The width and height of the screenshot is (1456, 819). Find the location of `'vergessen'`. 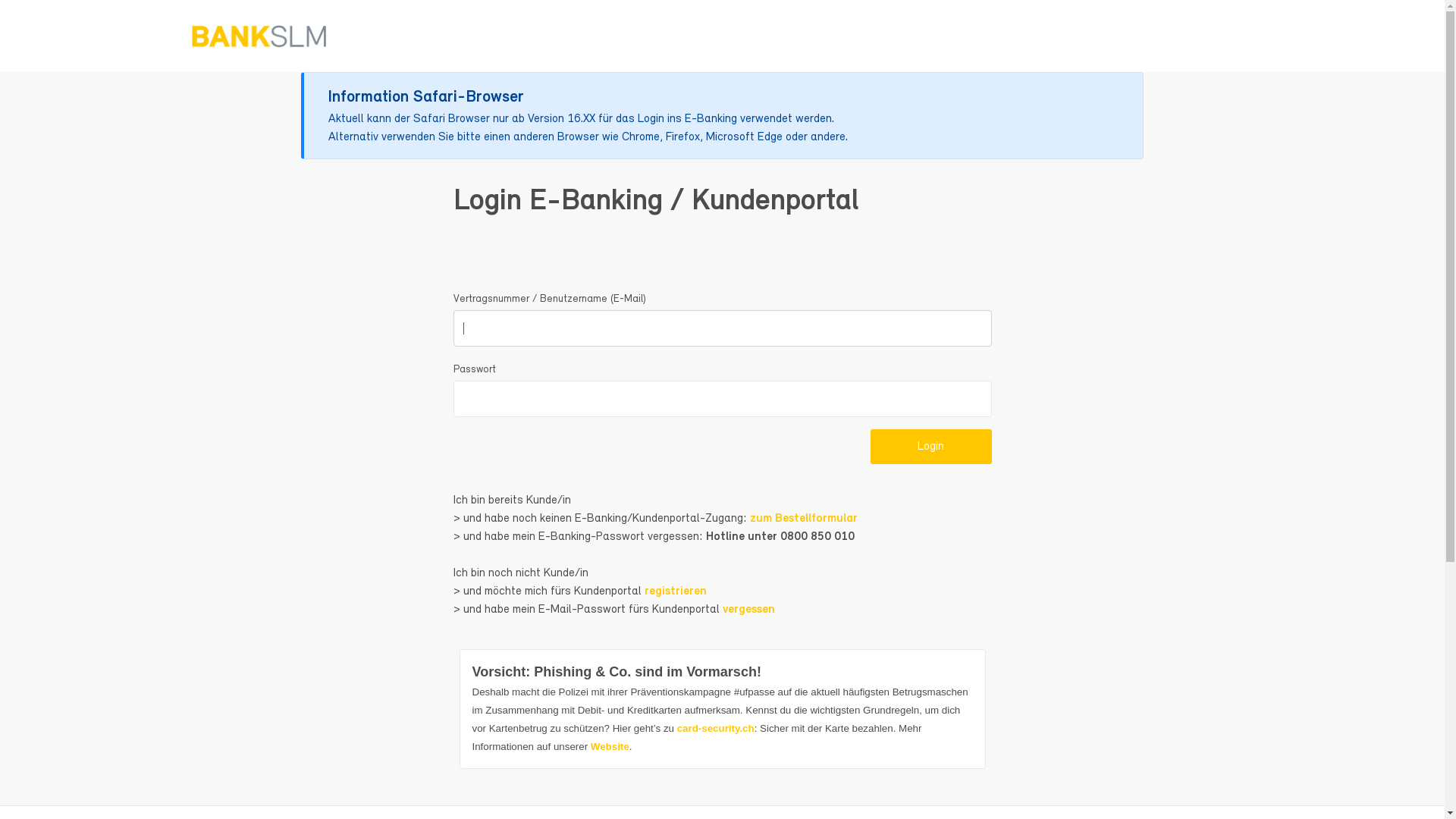

'vergessen' is located at coordinates (748, 608).